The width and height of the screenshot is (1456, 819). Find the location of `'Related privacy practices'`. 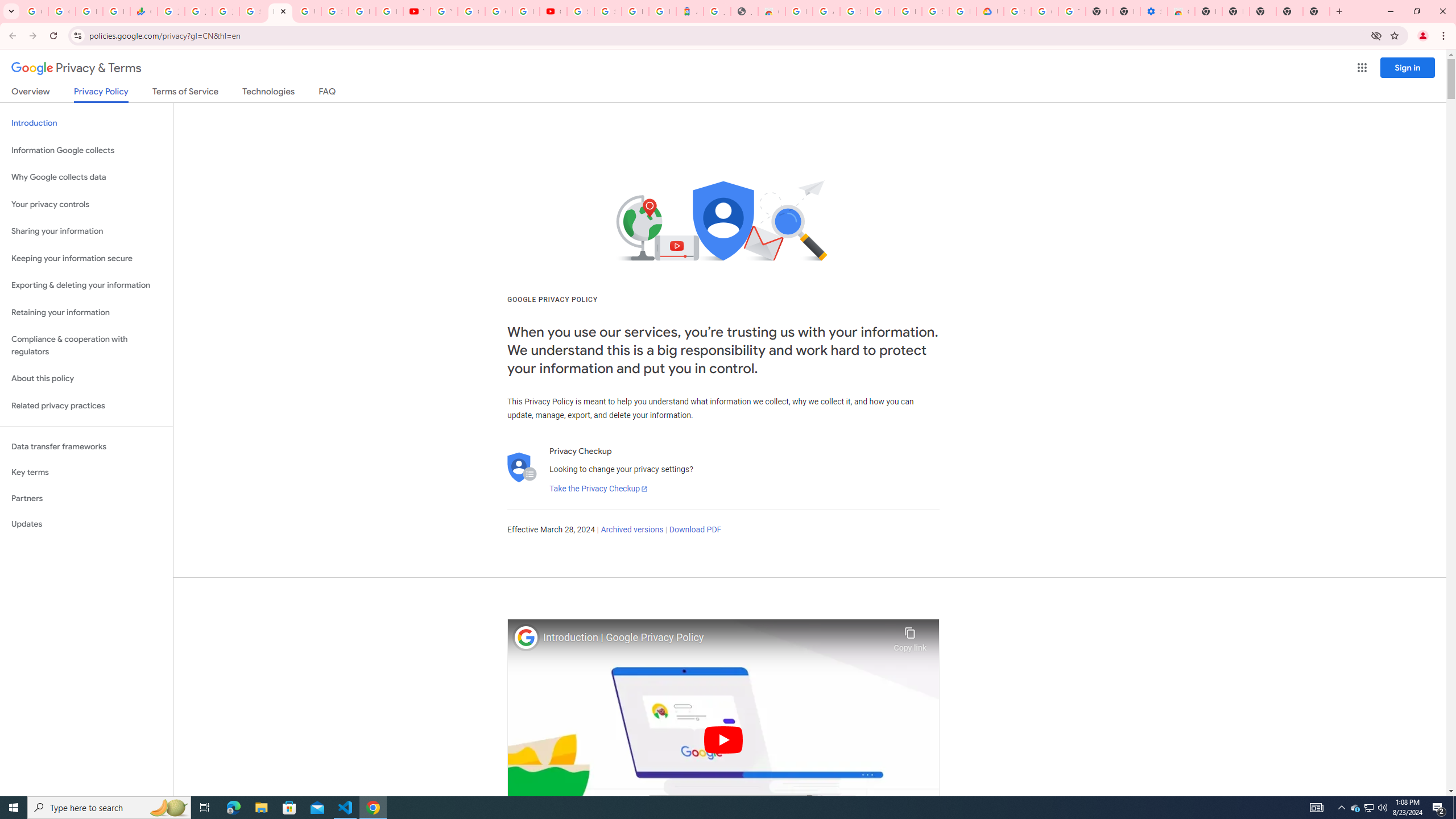

'Related privacy practices' is located at coordinates (86, 405).